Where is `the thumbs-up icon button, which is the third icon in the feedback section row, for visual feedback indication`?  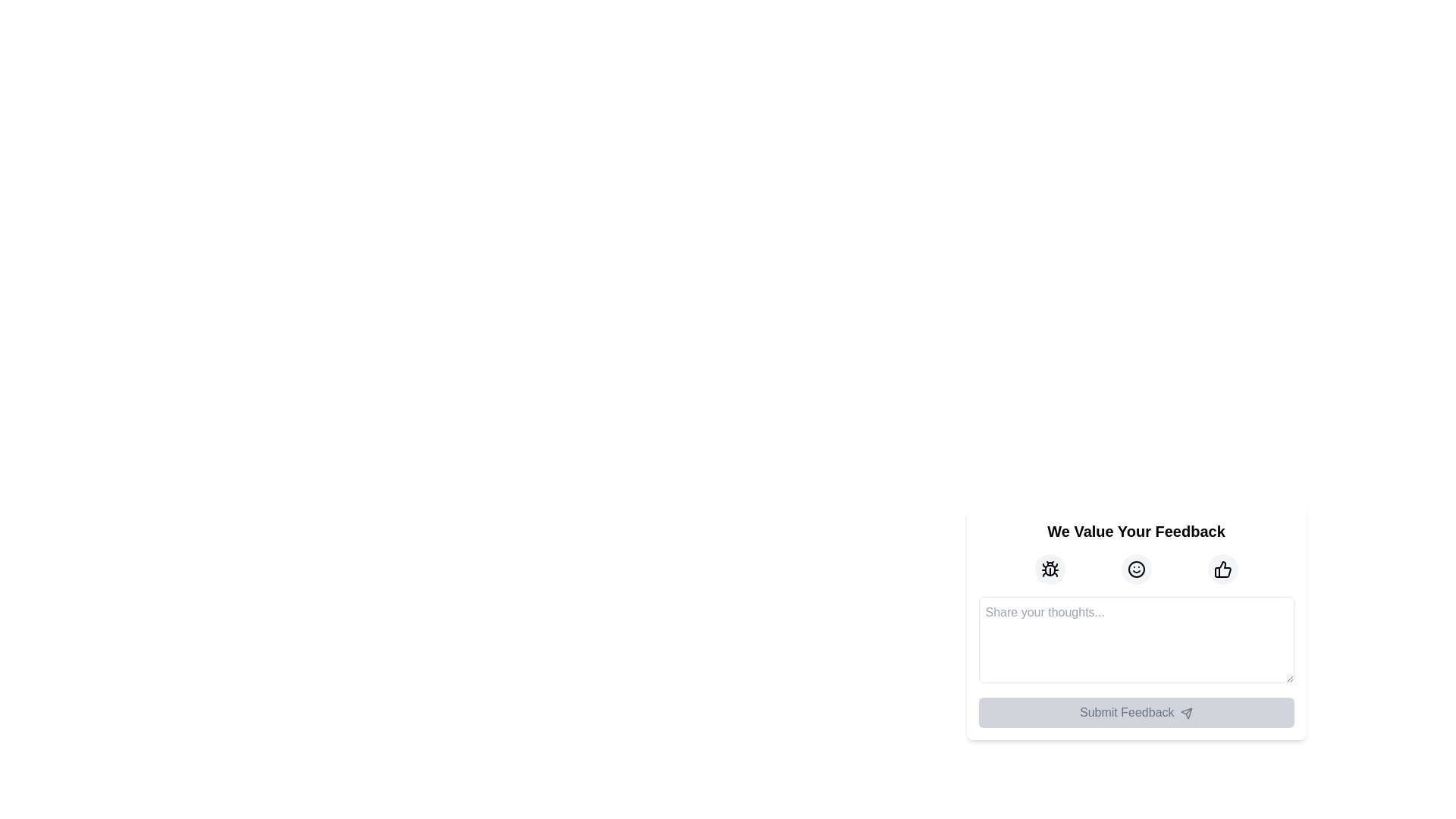
the thumbs-up icon button, which is the third icon in the feedback section row, for visual feedback indication is located at coordinates (1222, 570).